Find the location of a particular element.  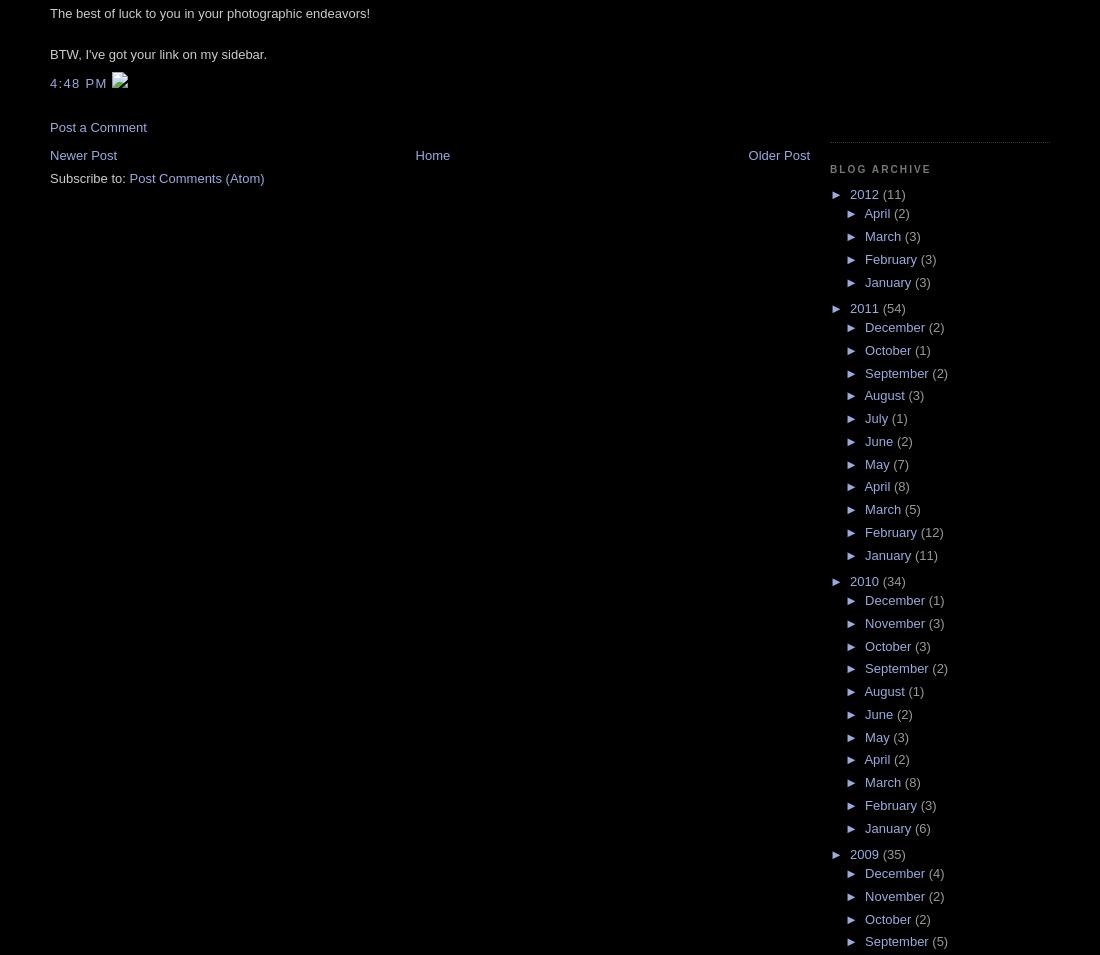

'Newer Post' is located at coordinates (83, 153).